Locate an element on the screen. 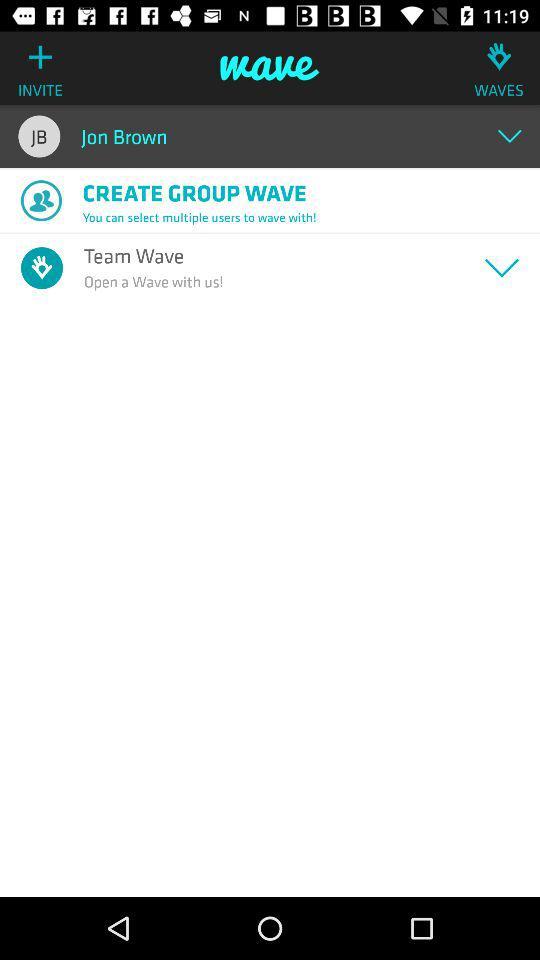 This screenshot has width=540, height=960. icon next to invite item is located at coordinates (270, 68).